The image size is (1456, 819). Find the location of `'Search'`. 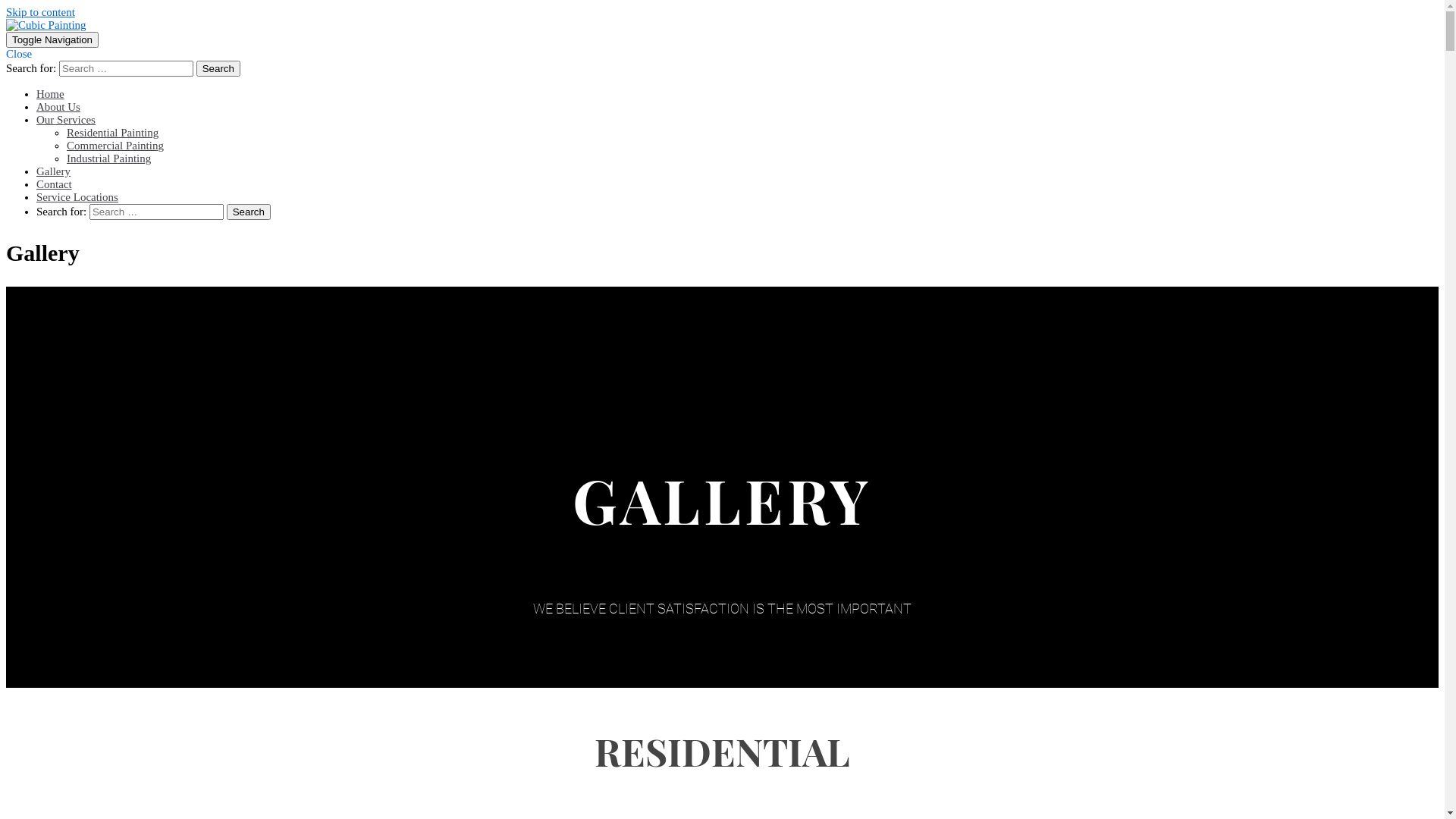

'Search' is located at coordinates (248, 212).